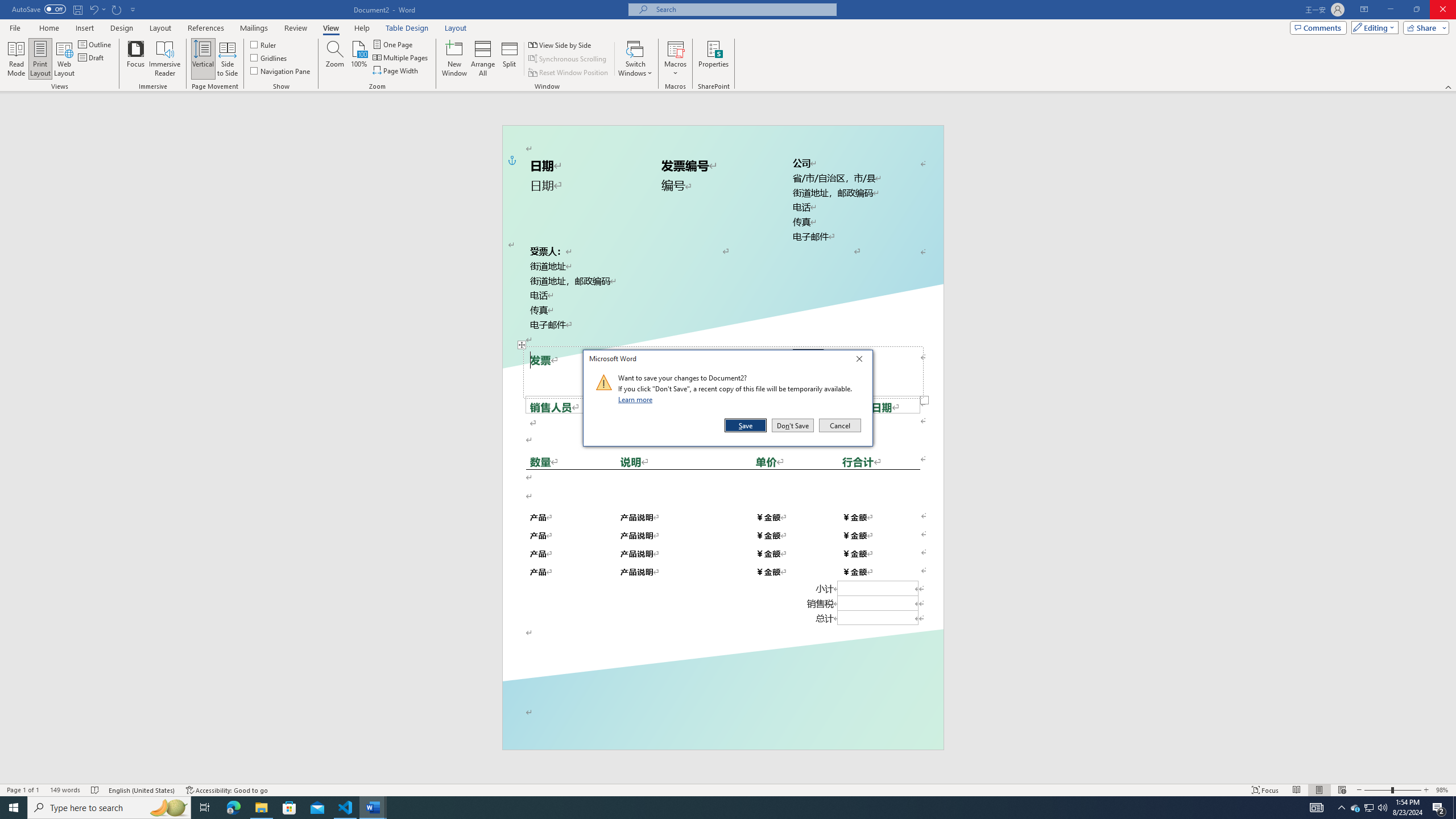 The image size is (1456, 819). I want to click on 'Side to Side', so click(227, 59).